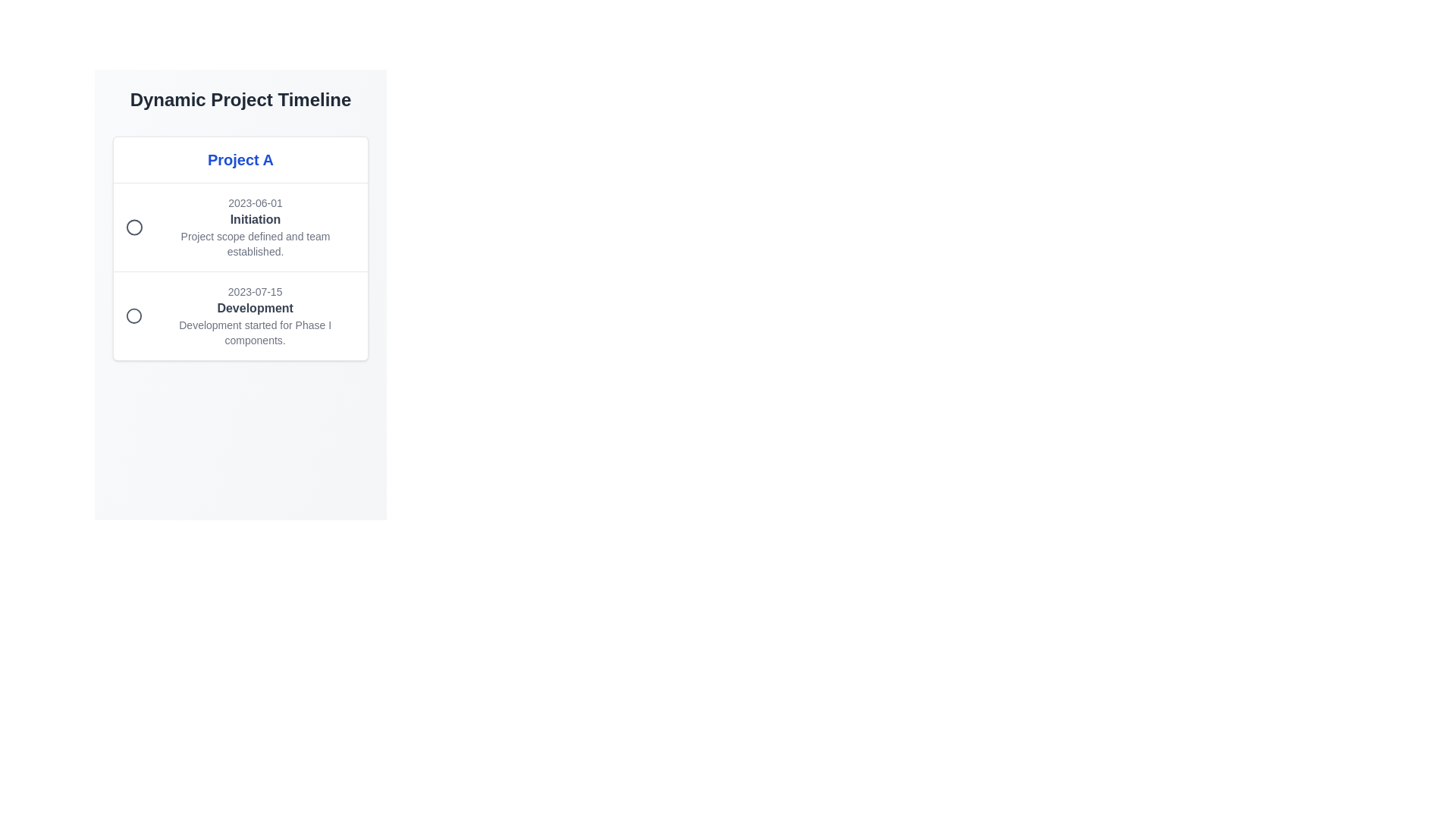 The width and height of the screenshot is (1456, 819). Describe the element at coordinates (240, 160) in the screenshot. I see `the 'Project A' text header, which is displayed in bold, blue font and positioned at the top of its section` at that location.